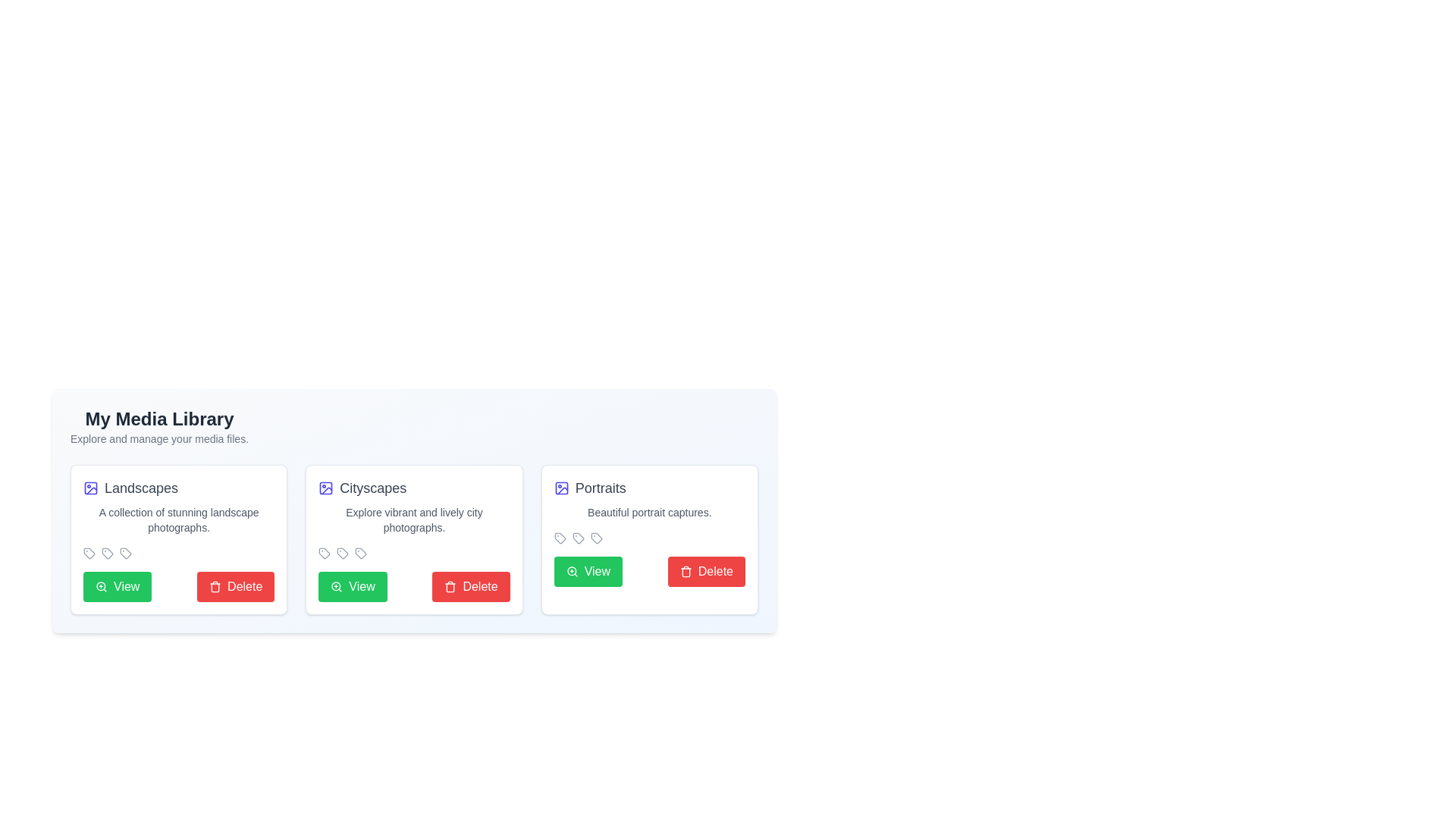 The image size is (1456, 819). I want to click on the rounded rectangular trash can icon located in the bottom-right corner of the 'Cityscapes' card, adjacent to the 'Delete' button, so click(450, 587).